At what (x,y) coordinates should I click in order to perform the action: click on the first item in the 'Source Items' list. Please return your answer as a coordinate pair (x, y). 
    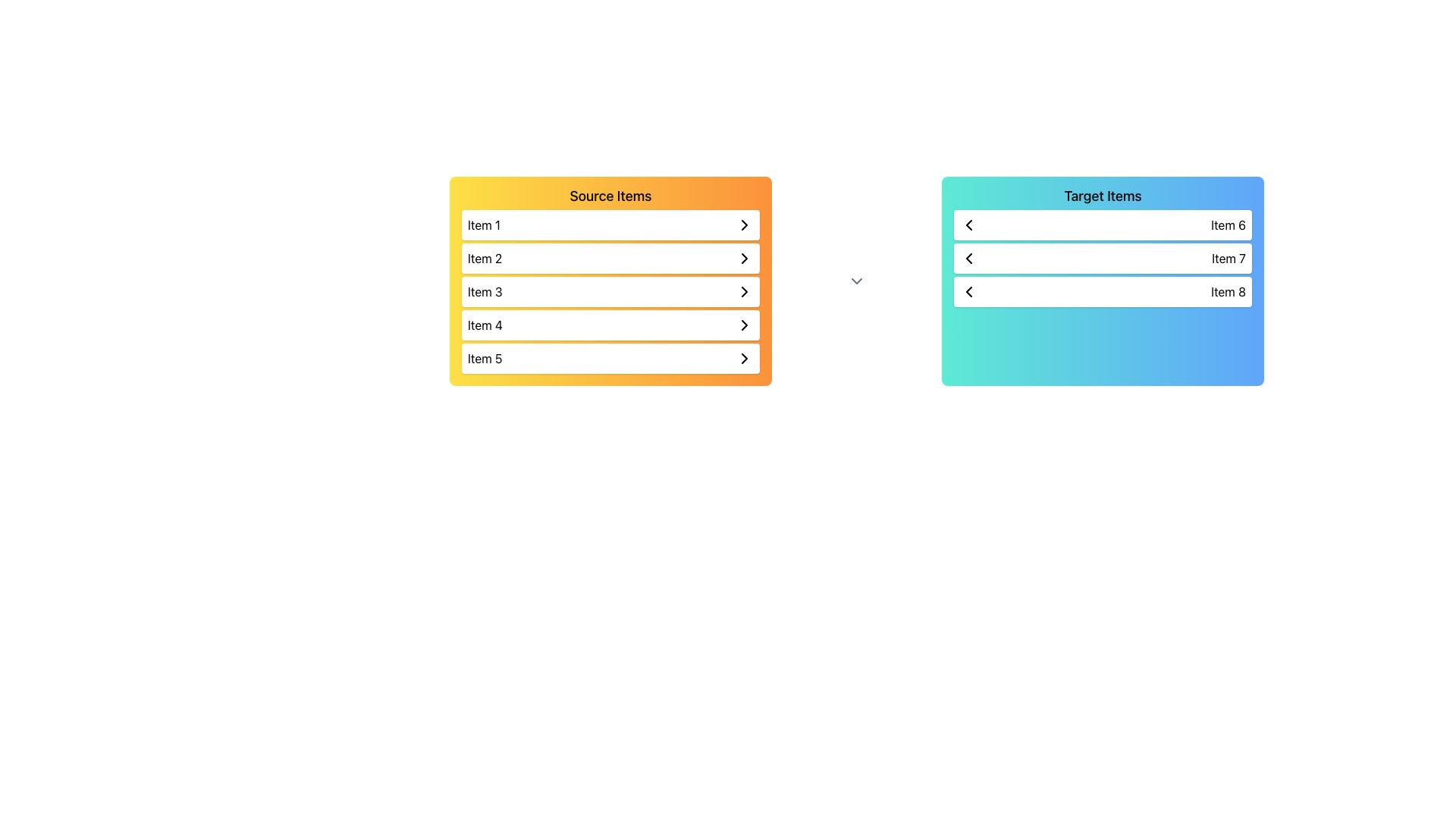
    Looking at the image, I should click on (610, 225).